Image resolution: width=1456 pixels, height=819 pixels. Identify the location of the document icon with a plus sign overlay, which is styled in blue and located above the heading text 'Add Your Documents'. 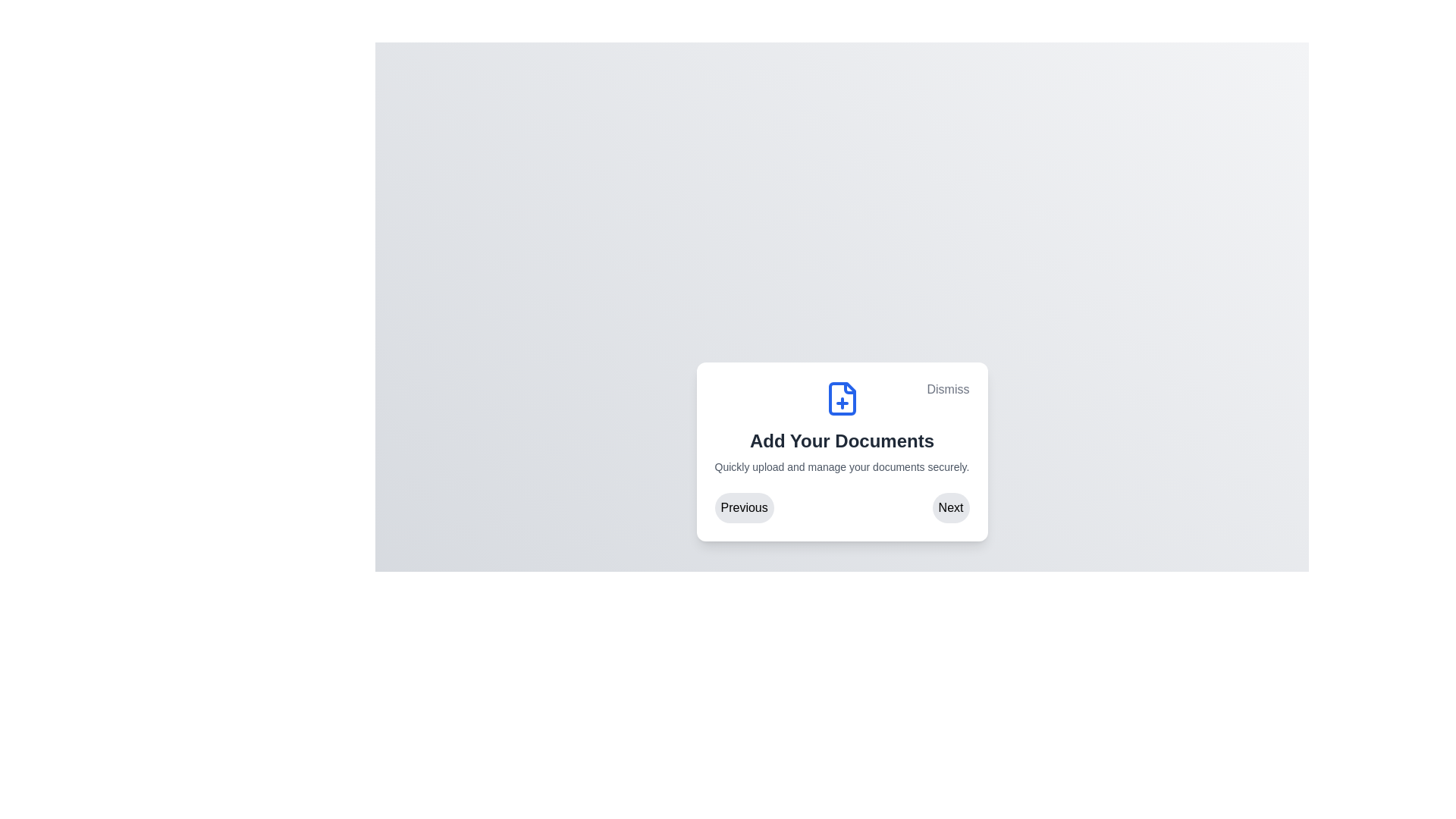
(841, 397).